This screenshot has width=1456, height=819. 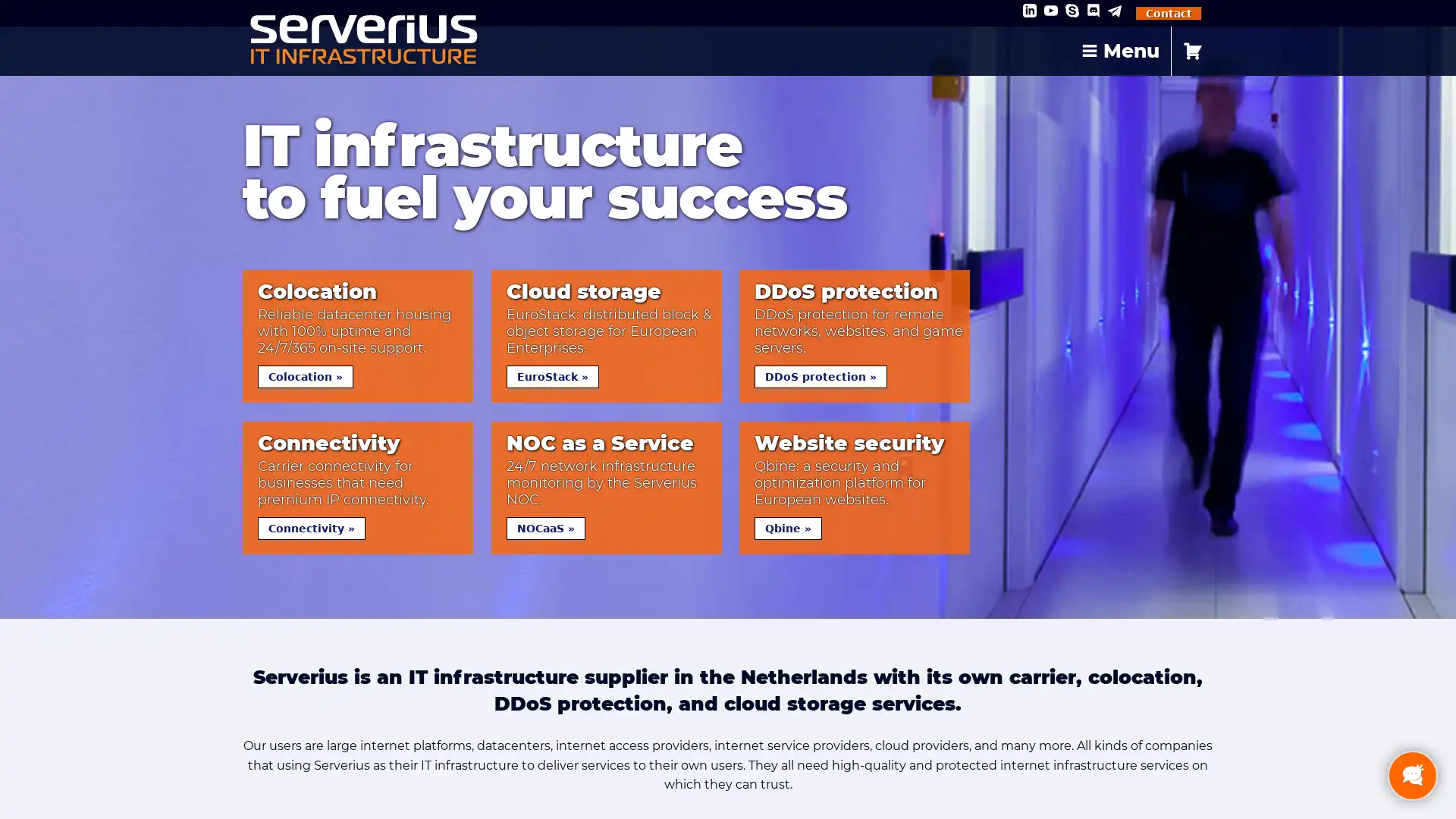 What do you see at coordinates (311, 526) in the screenshot?
I see `Connectivity` at bounding box center [311, 526].